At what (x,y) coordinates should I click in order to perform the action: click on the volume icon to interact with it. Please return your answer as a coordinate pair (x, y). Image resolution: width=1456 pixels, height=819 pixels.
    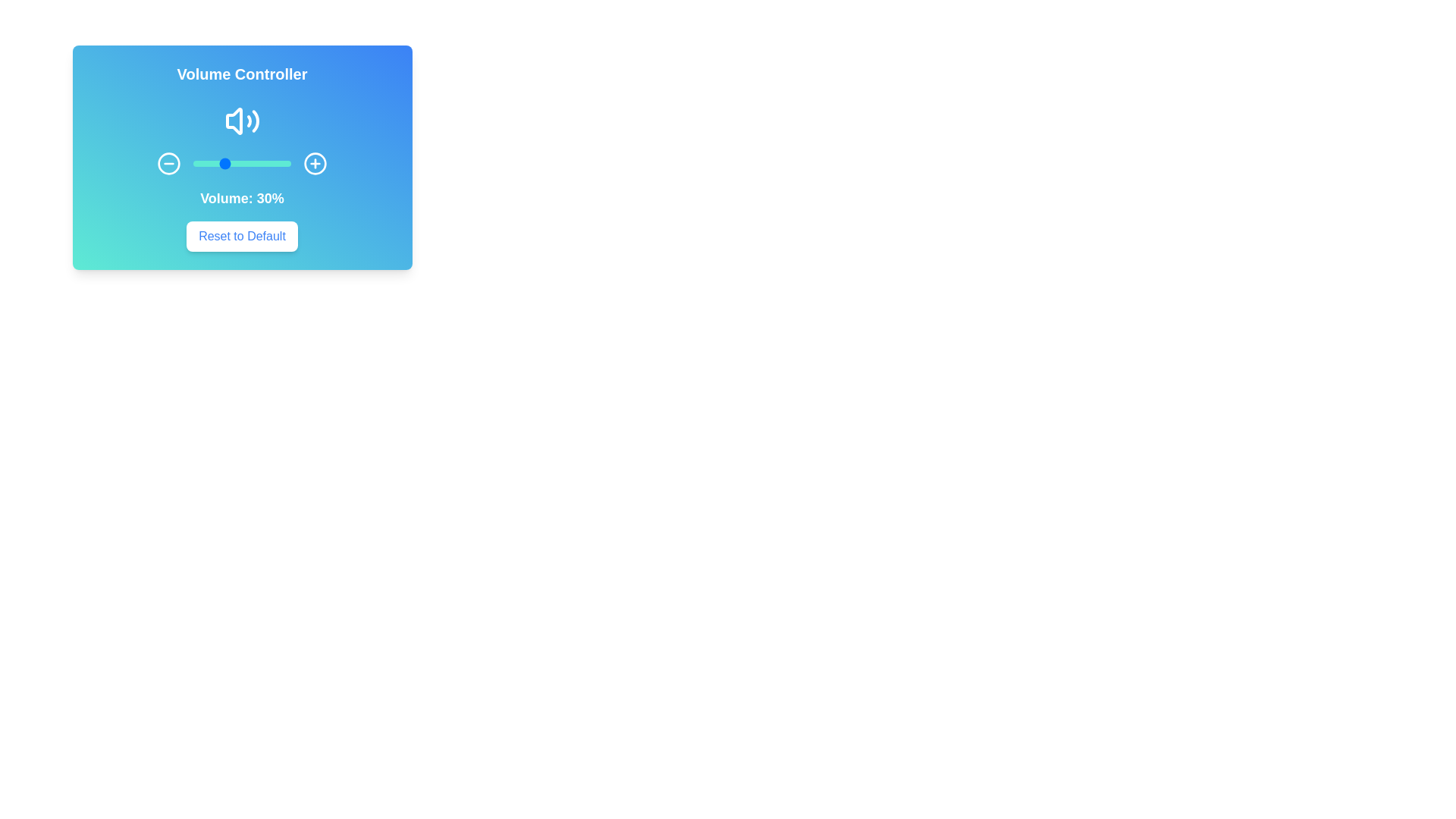
    Looking at the image, I should click on (241, 120).